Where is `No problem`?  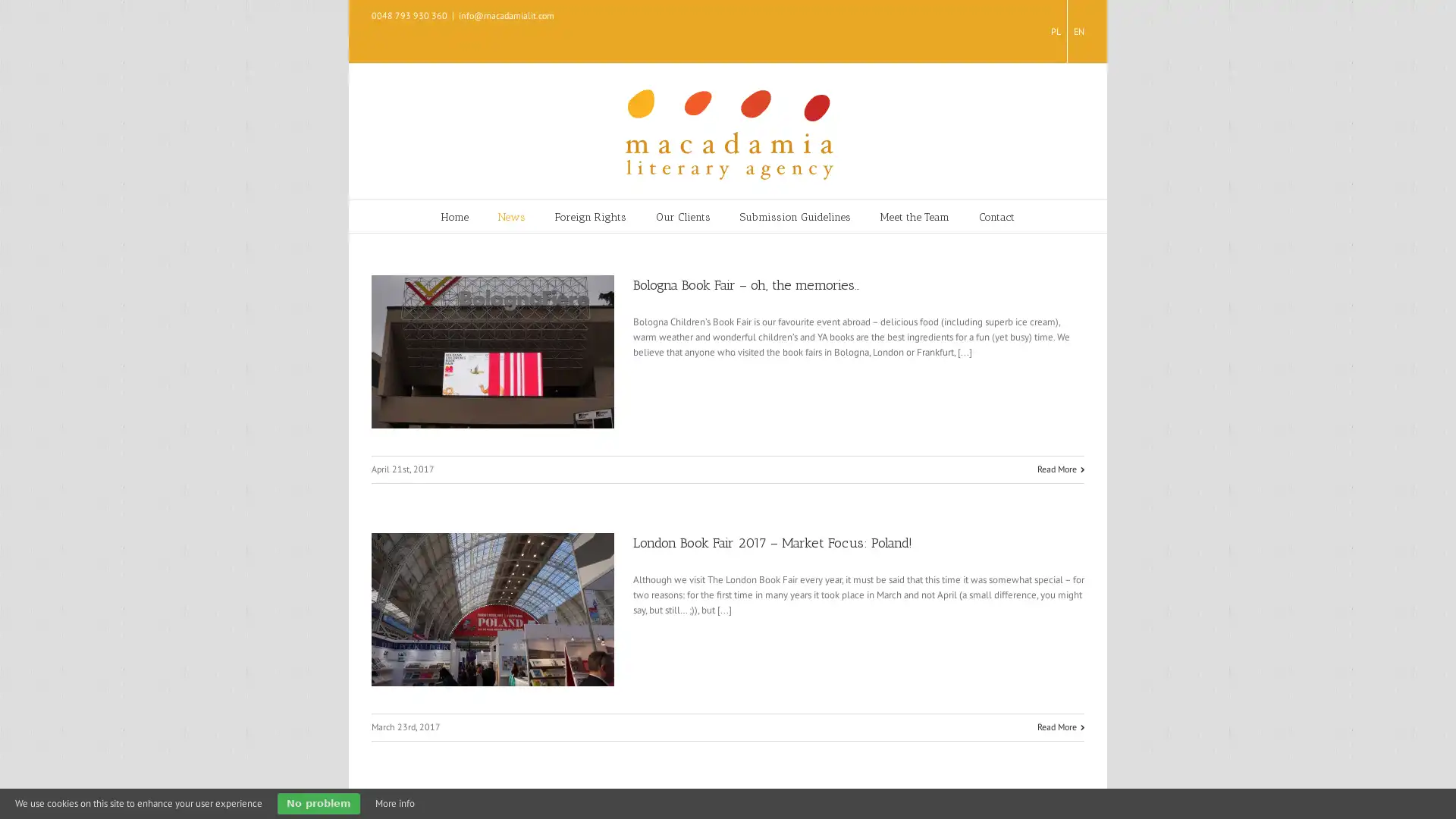
No problem is located at coordinates (318, 803).